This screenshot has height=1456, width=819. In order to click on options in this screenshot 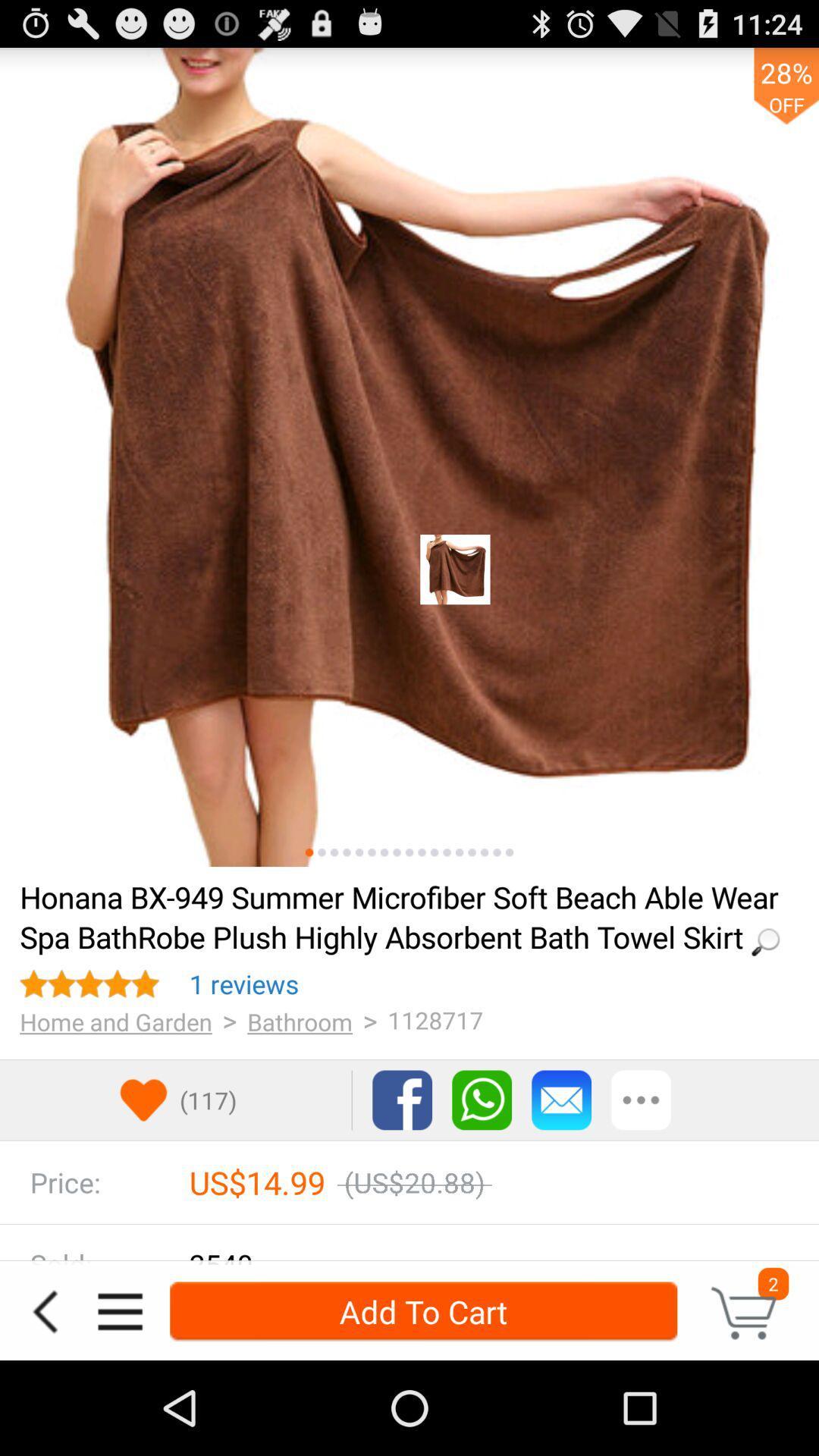, I will do `click(641, 1100)`.